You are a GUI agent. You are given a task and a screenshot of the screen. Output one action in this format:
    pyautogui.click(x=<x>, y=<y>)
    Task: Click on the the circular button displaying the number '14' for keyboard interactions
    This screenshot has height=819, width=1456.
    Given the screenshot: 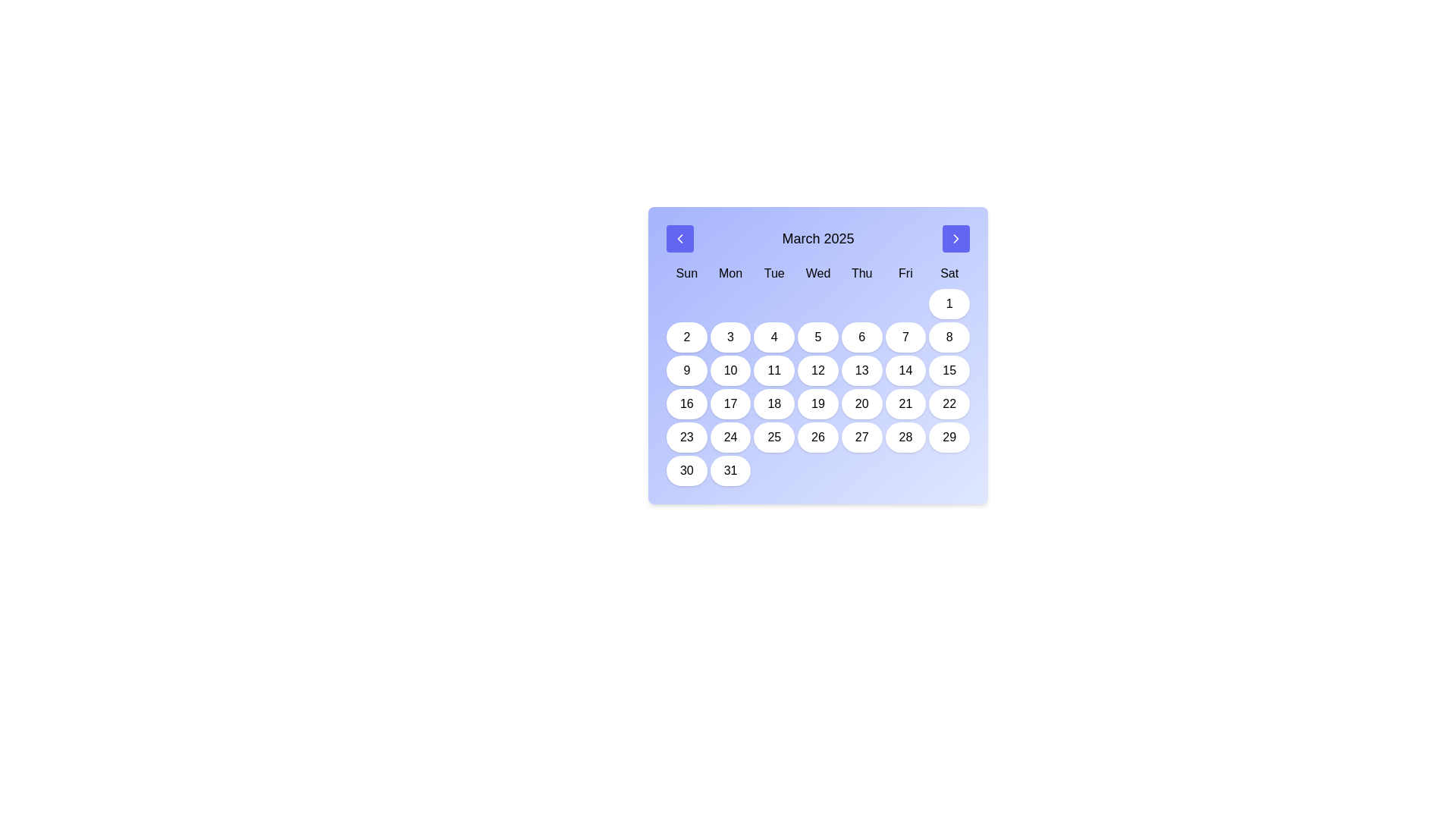 What is the action you would take?
    pyautogui.click(x=905, y=371)
    